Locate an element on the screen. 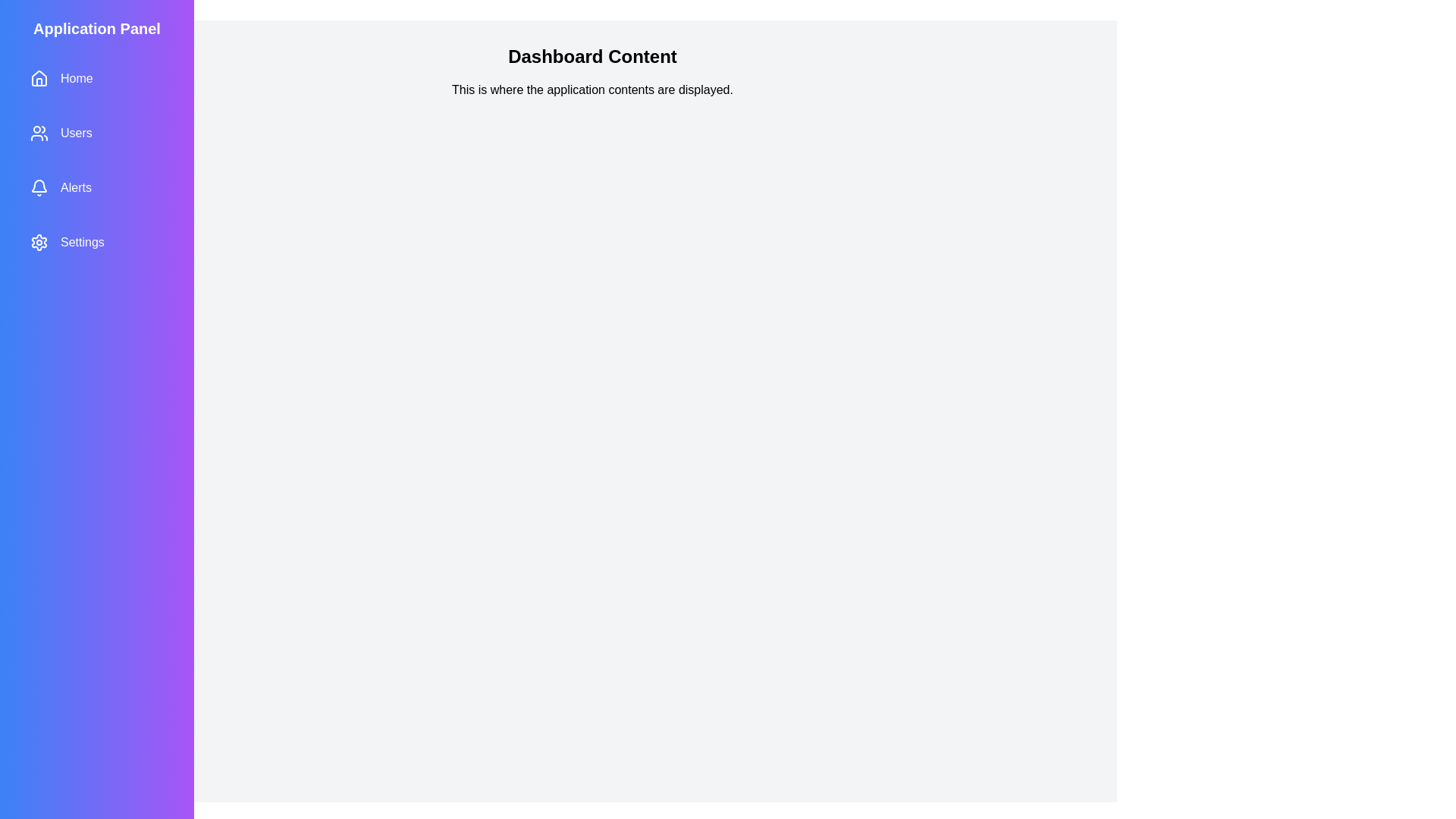  the sidebar header labeled 'Application Panel' is located at coordinates (96, 29).